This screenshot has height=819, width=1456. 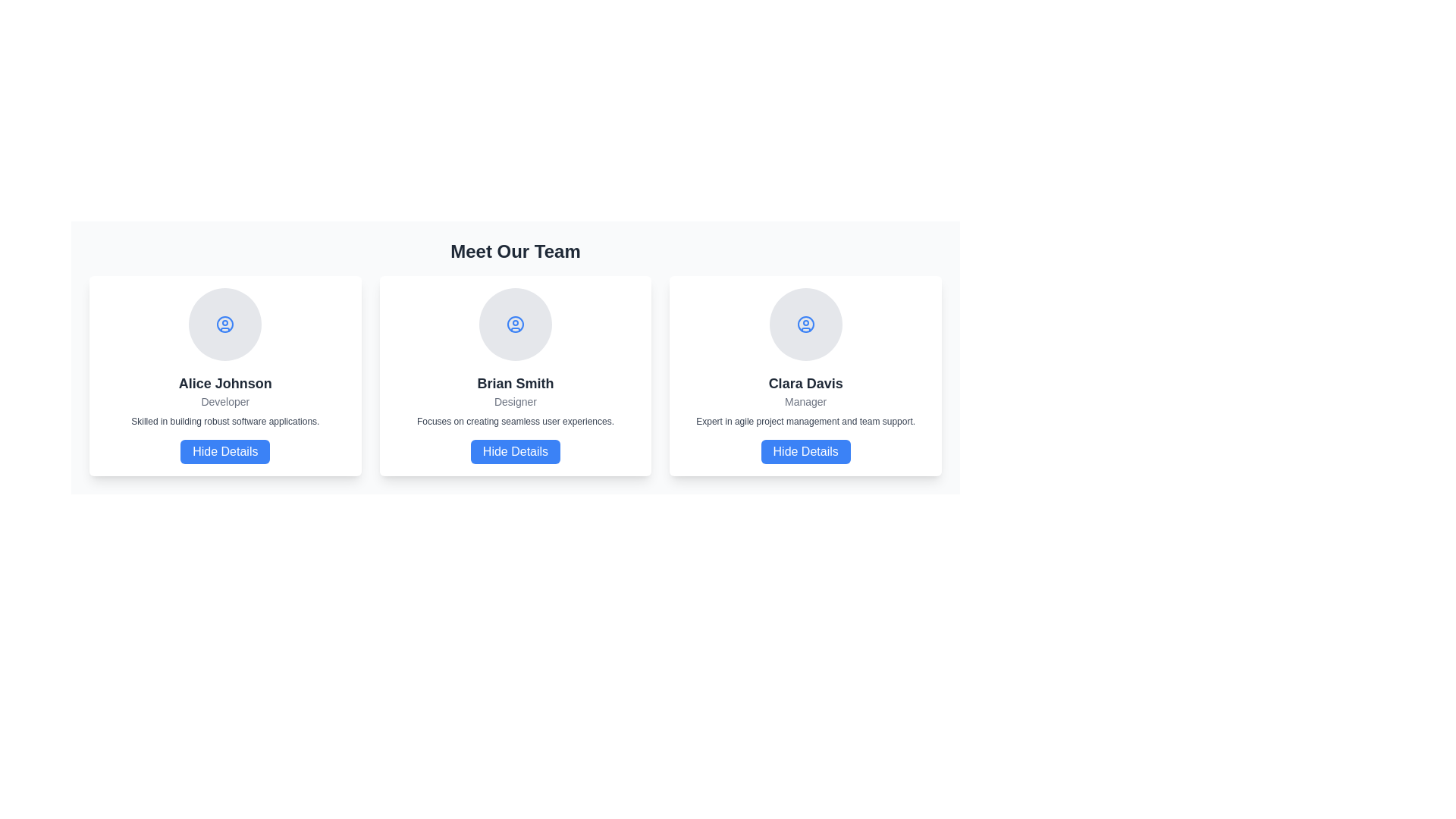 I want to click on the circular profile icon on the Profile card for Alice Johnson, which is the first card in the grid layout, so click(x=224, y=375).